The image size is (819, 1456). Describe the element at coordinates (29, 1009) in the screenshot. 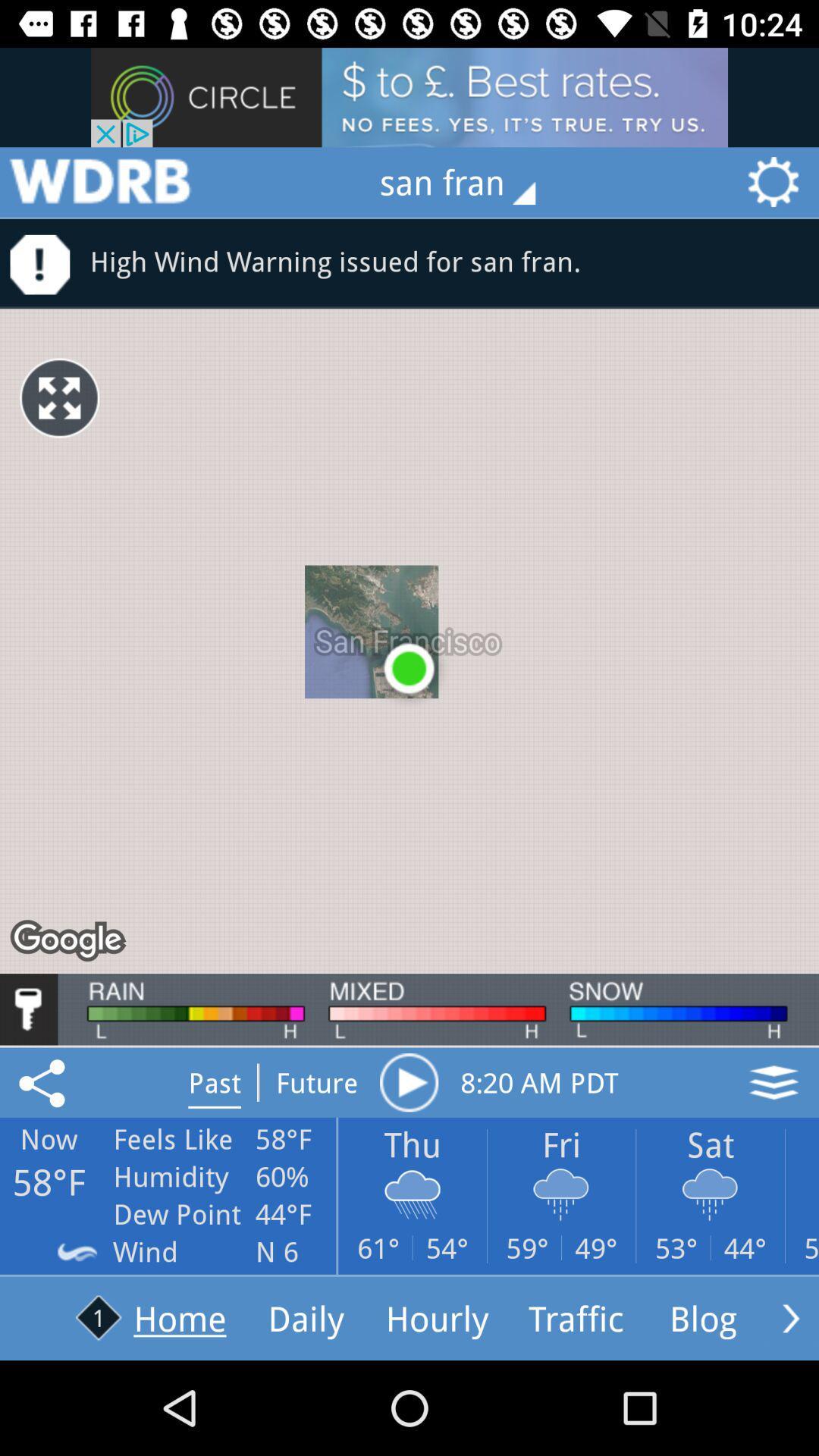

I see `unlock contents` at that location.